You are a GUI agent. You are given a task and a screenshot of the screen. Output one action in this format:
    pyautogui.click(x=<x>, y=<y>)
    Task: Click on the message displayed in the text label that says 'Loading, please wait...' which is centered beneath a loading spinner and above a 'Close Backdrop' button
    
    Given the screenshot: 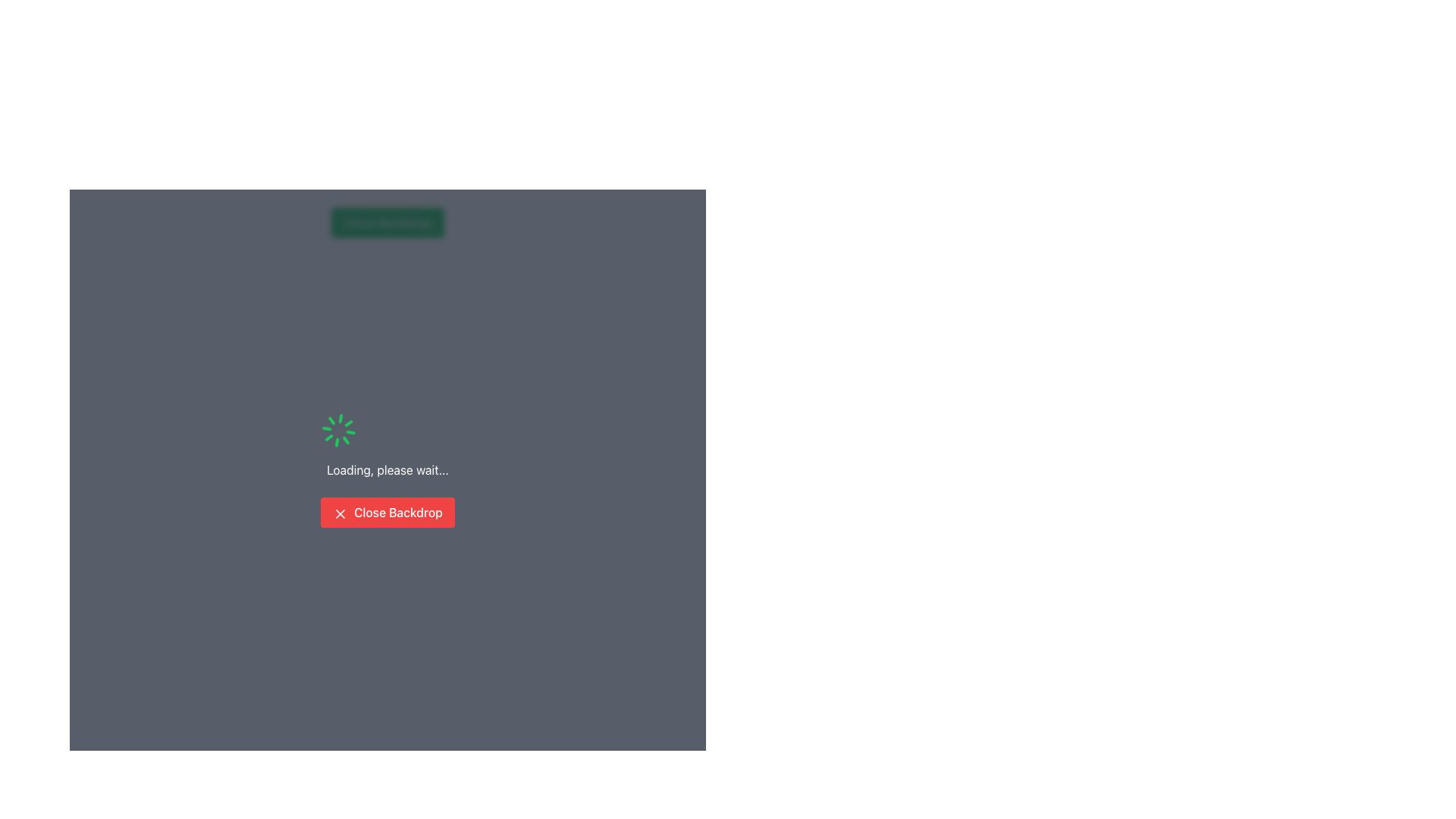 What is the action you would take?
    pyautogui.click(x=388, y=469)
    